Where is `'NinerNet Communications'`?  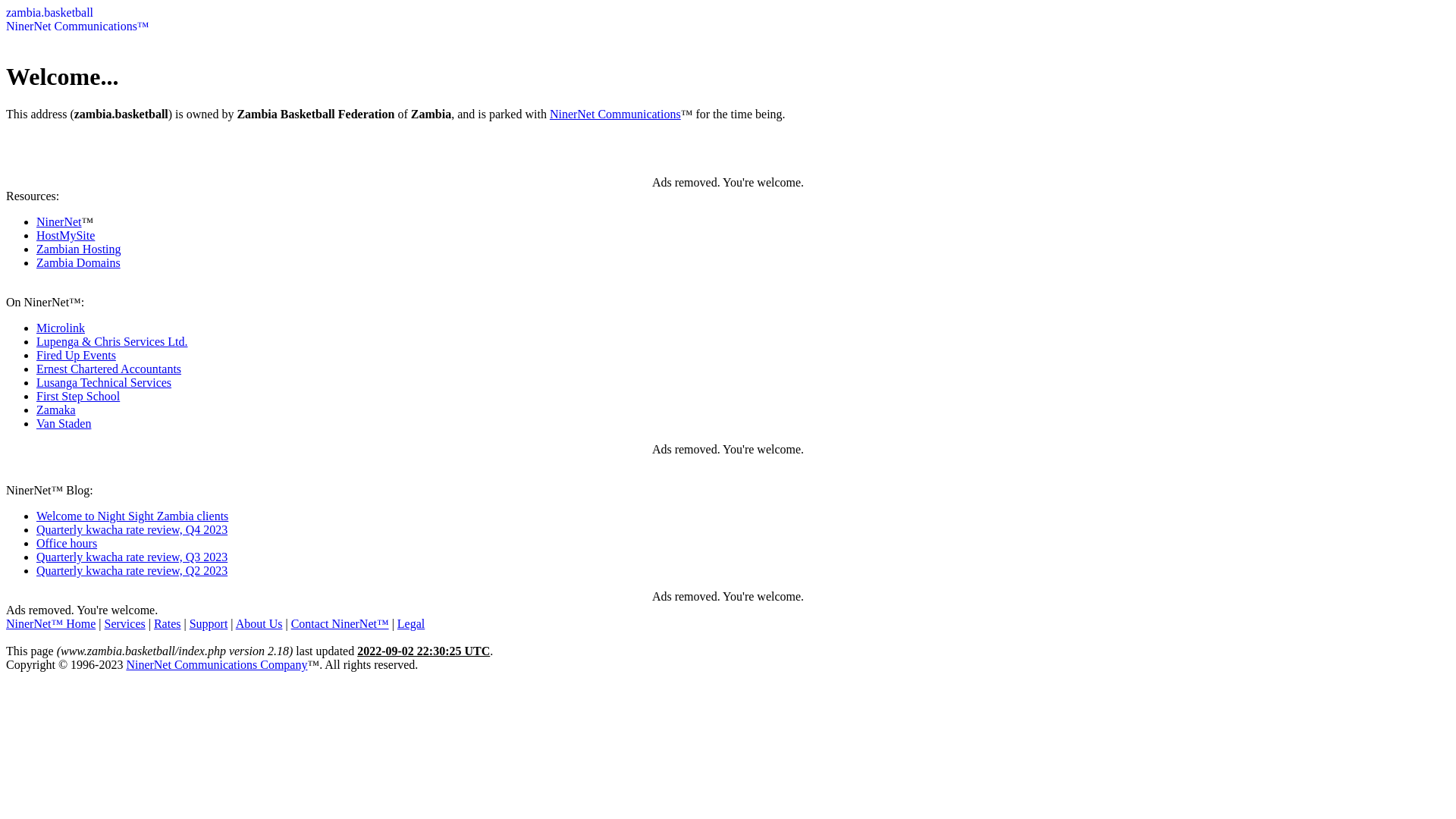
'NinerNet Communications' is located at coordinates (615, 113).